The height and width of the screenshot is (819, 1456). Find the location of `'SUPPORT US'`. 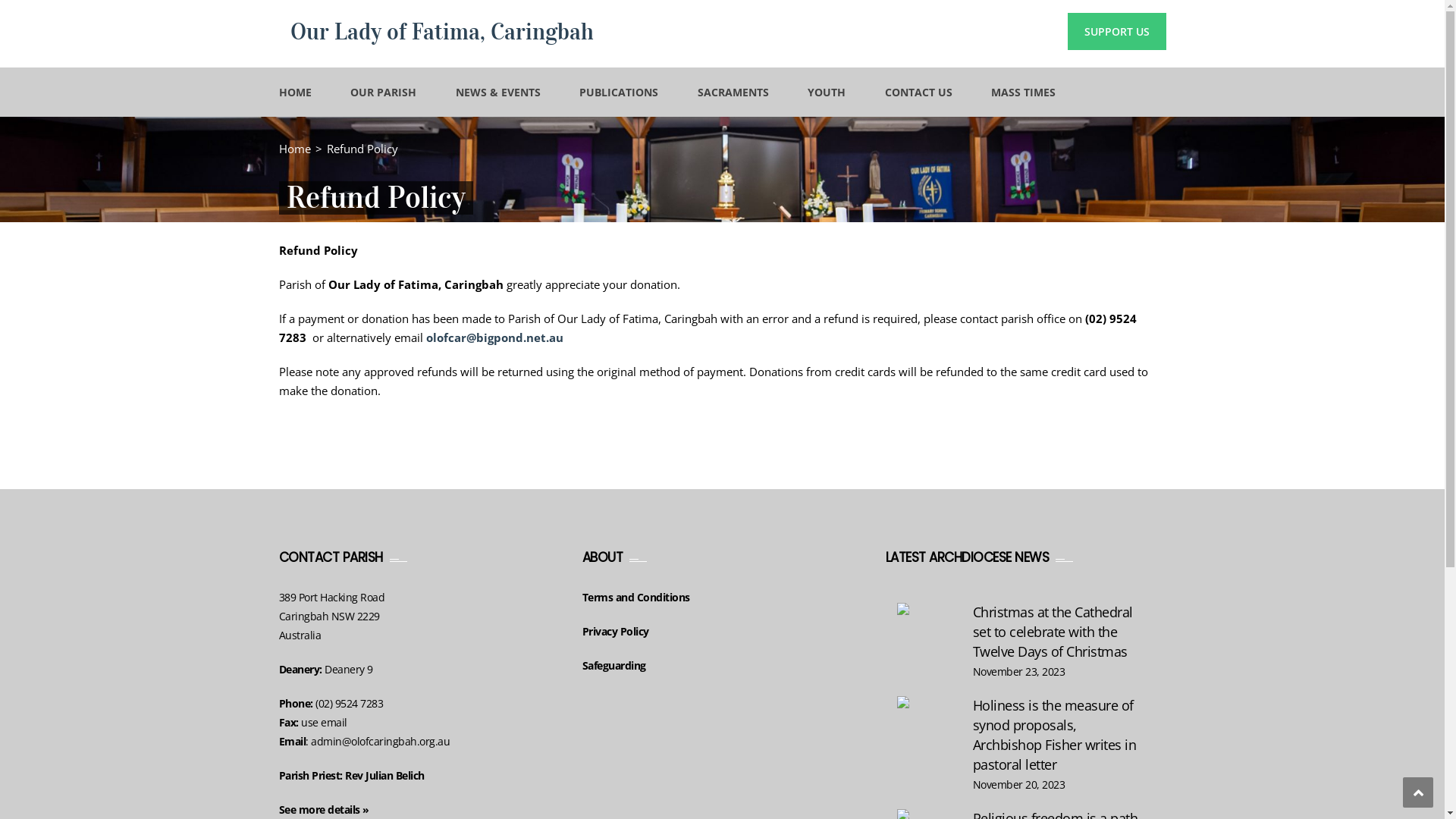

'SUPPORT US' is located at coordinates (1117, 31).